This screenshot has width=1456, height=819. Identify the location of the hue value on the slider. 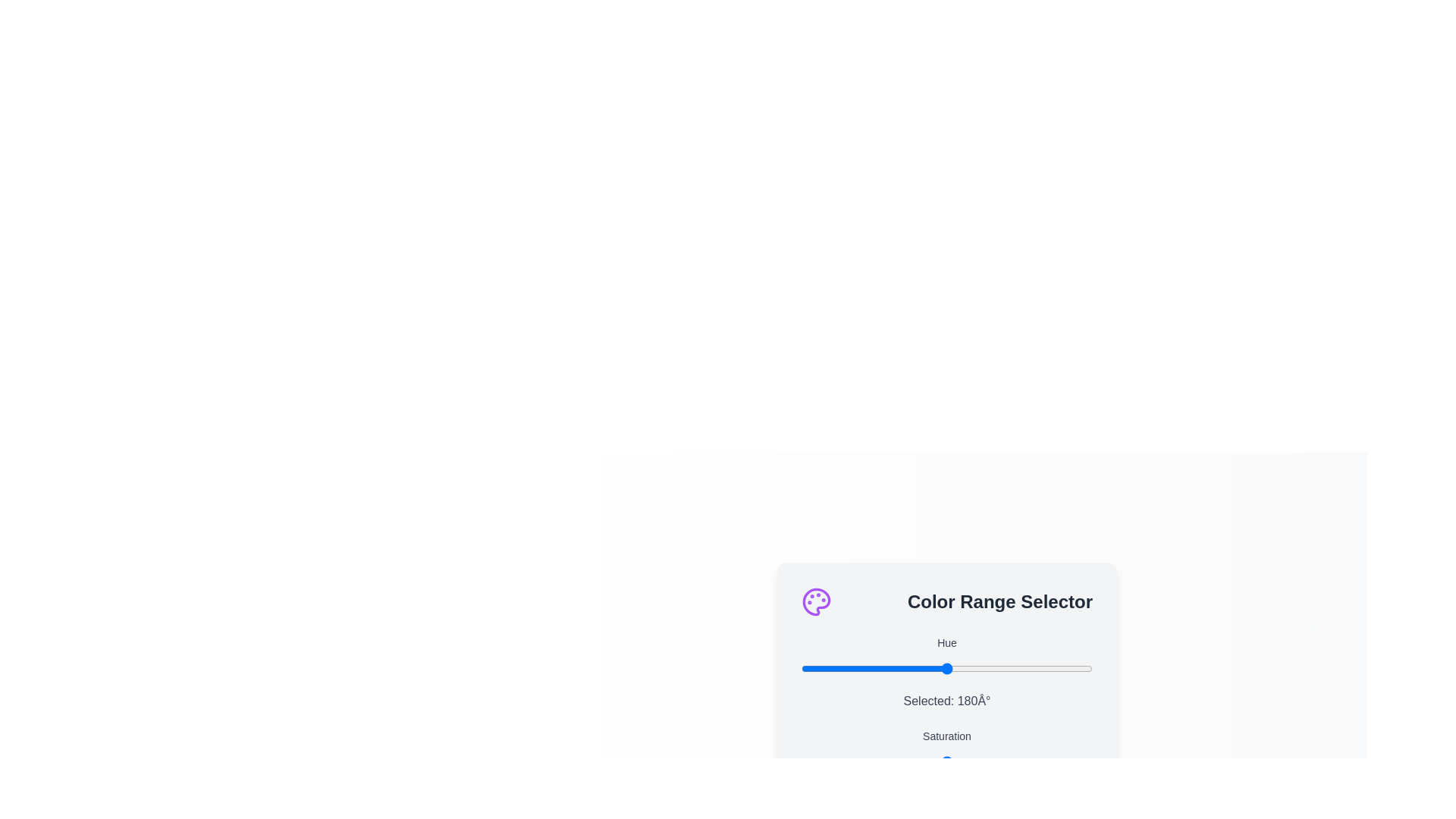
(1030, 667).